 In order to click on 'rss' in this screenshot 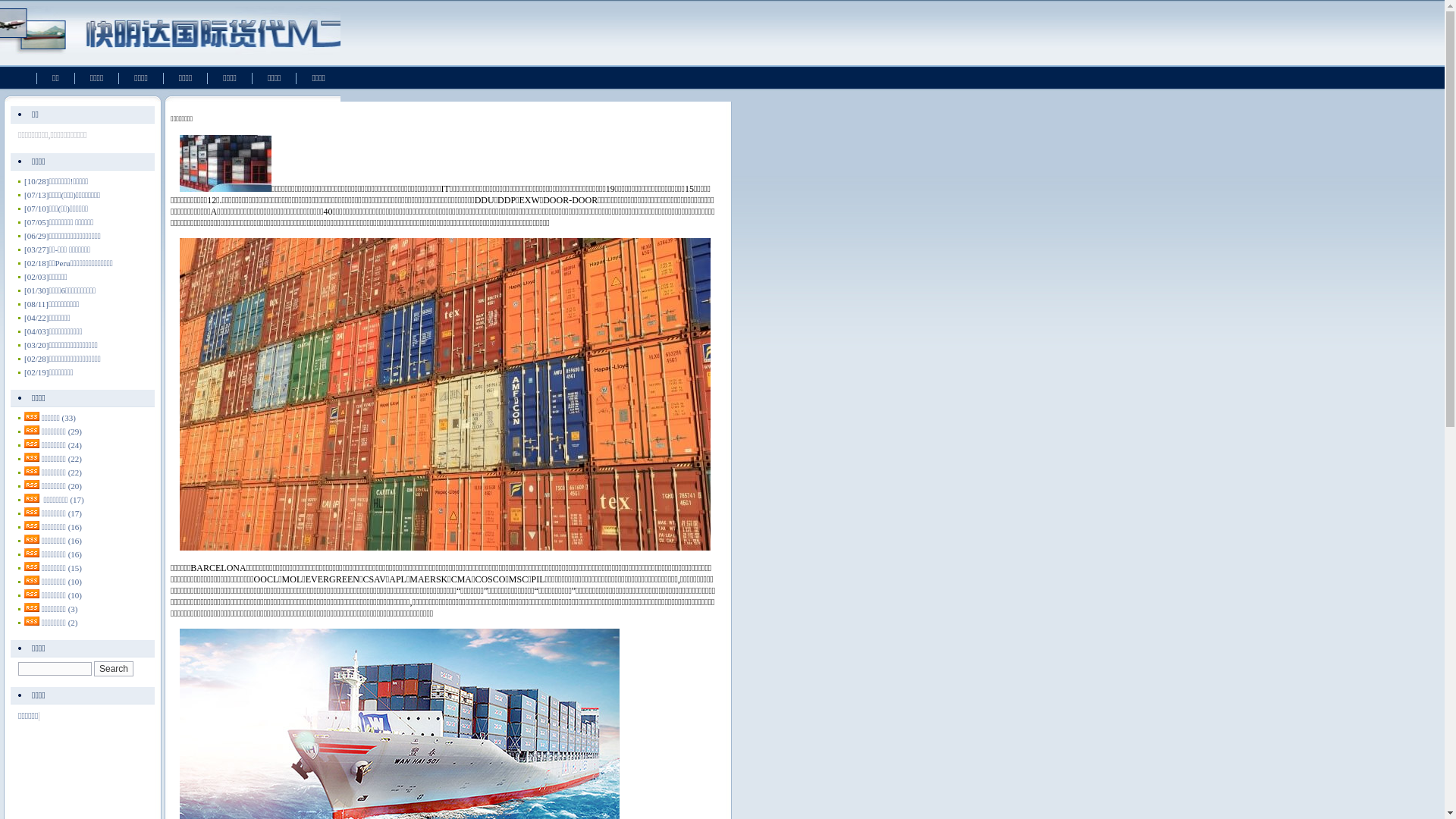, I will do `click(32, 485)`.